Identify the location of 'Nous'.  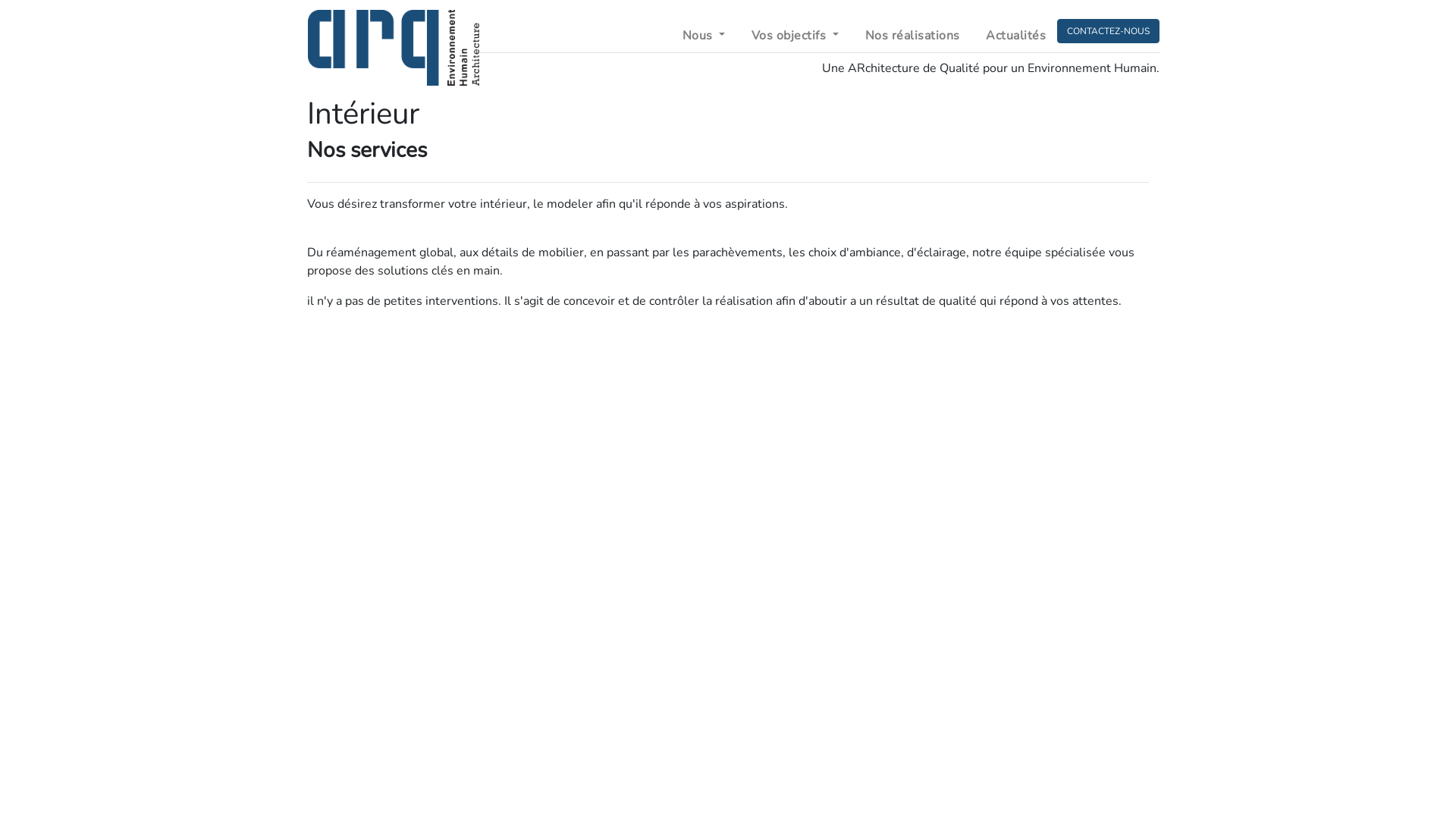
(703, 34).